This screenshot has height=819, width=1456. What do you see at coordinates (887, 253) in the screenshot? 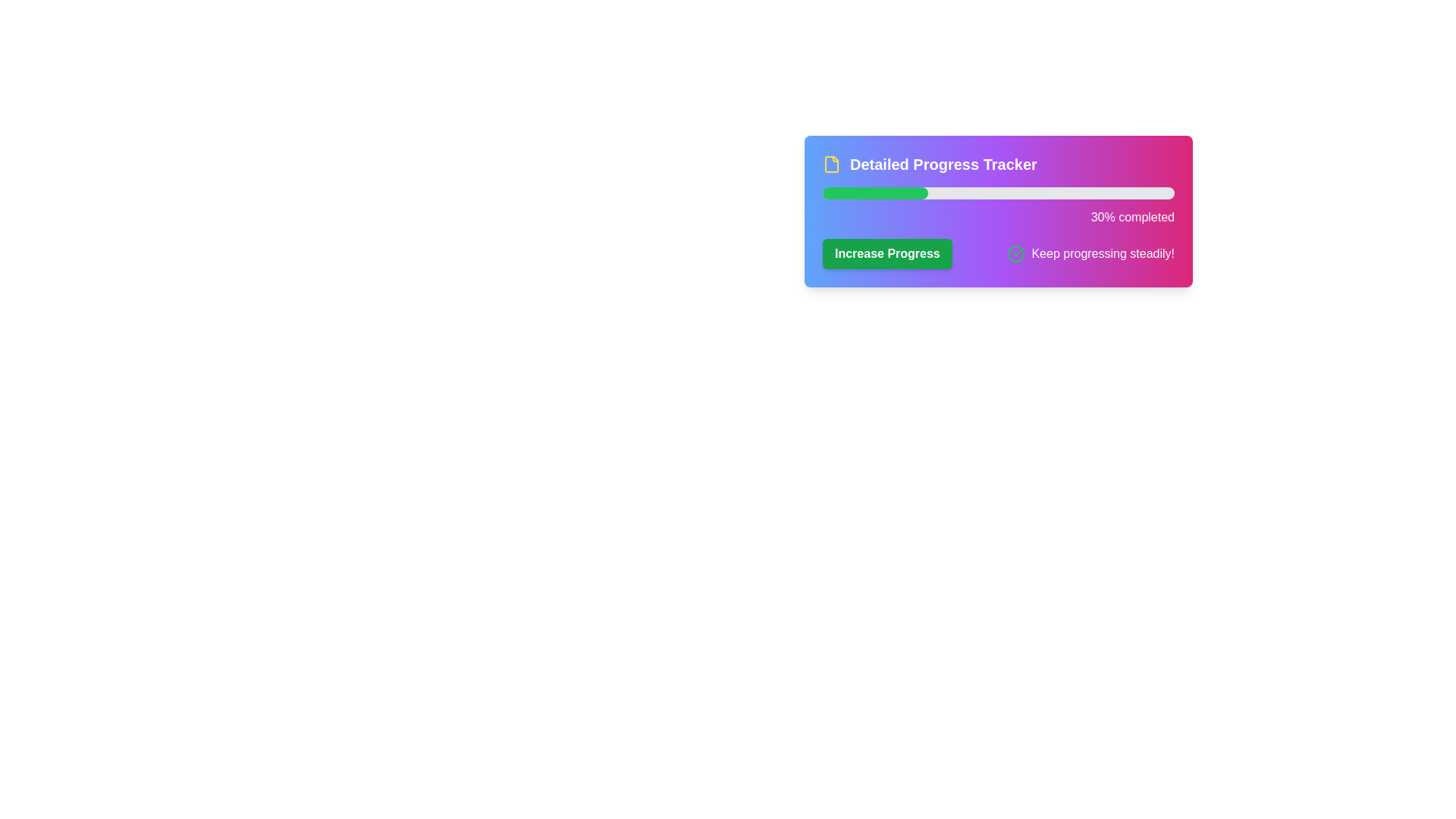
I see `the rectangular button with a green background labeled 'Increase Progress'` at bounding box center [887, 253].